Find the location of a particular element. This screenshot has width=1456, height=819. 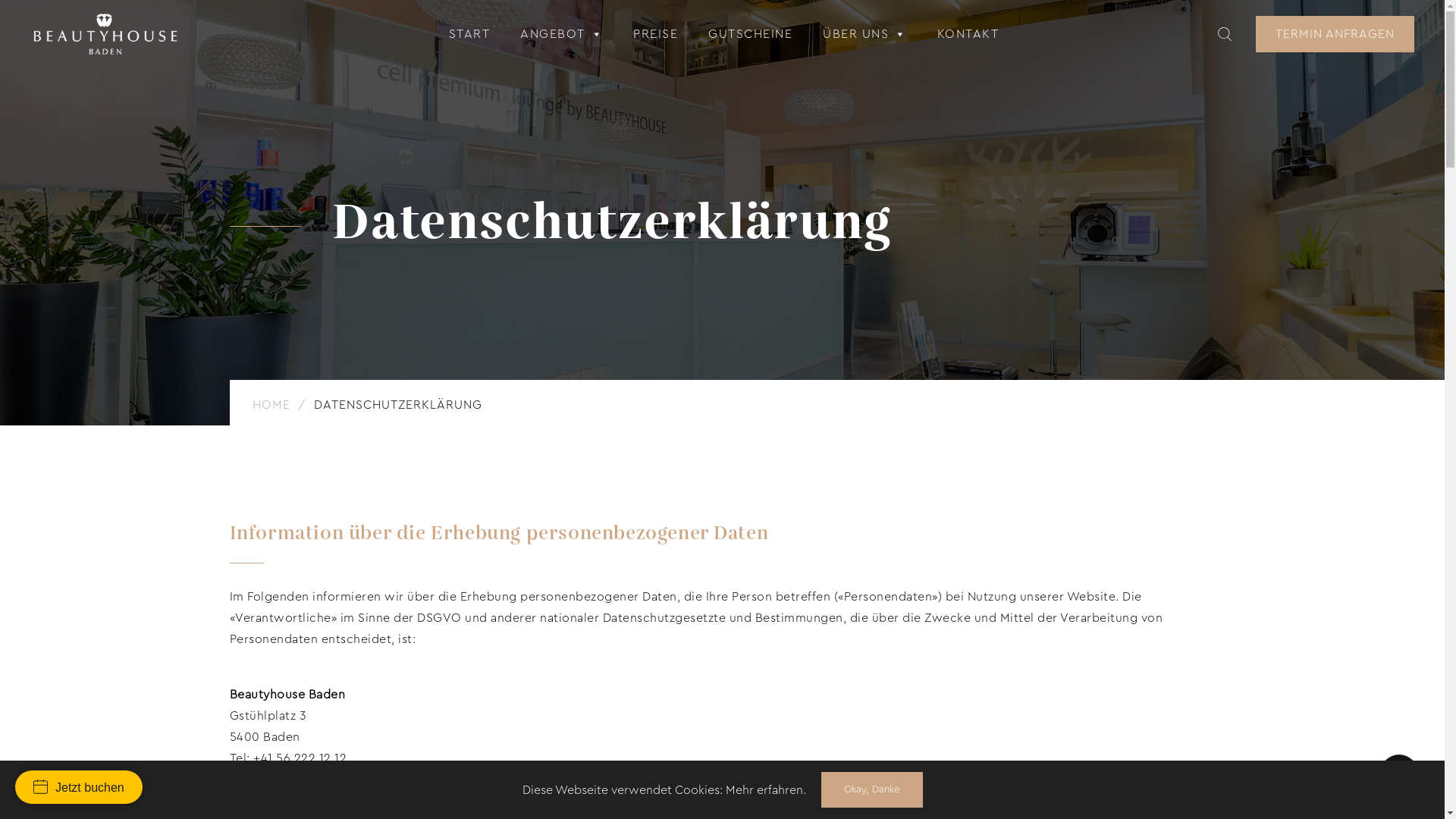

'ANGEBOT' is located at coordinates (560, 34).